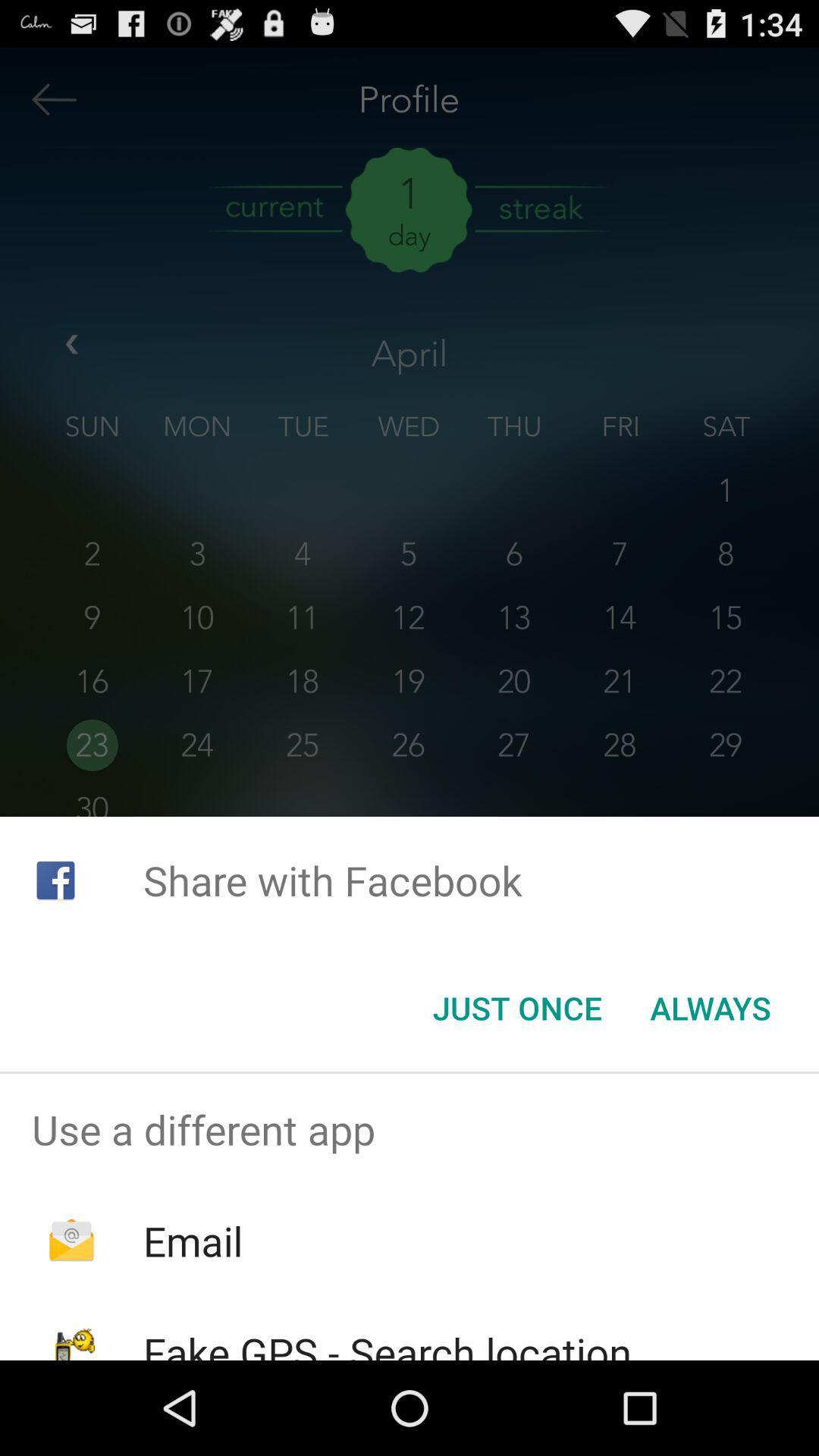  What do you see at coordinates (409, 1129) in the screenshot?
I see `the icon above email item` at bounding box center [409, 1129].